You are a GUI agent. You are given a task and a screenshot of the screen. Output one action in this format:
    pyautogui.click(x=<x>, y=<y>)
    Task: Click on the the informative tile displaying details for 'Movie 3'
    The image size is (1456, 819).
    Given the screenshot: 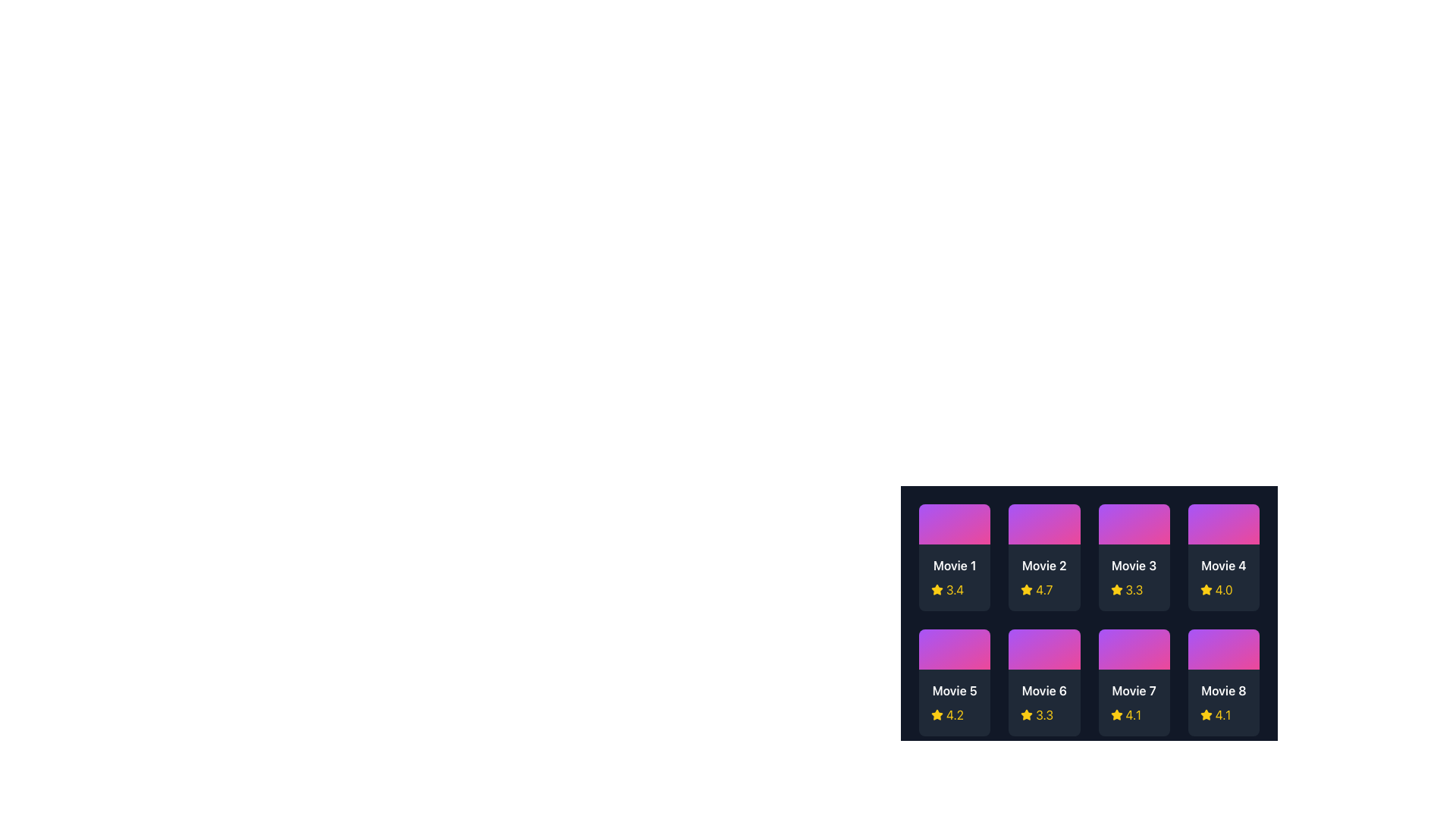 What is the action you would take?
    pyautogui.click(x=1134, y=557)
    